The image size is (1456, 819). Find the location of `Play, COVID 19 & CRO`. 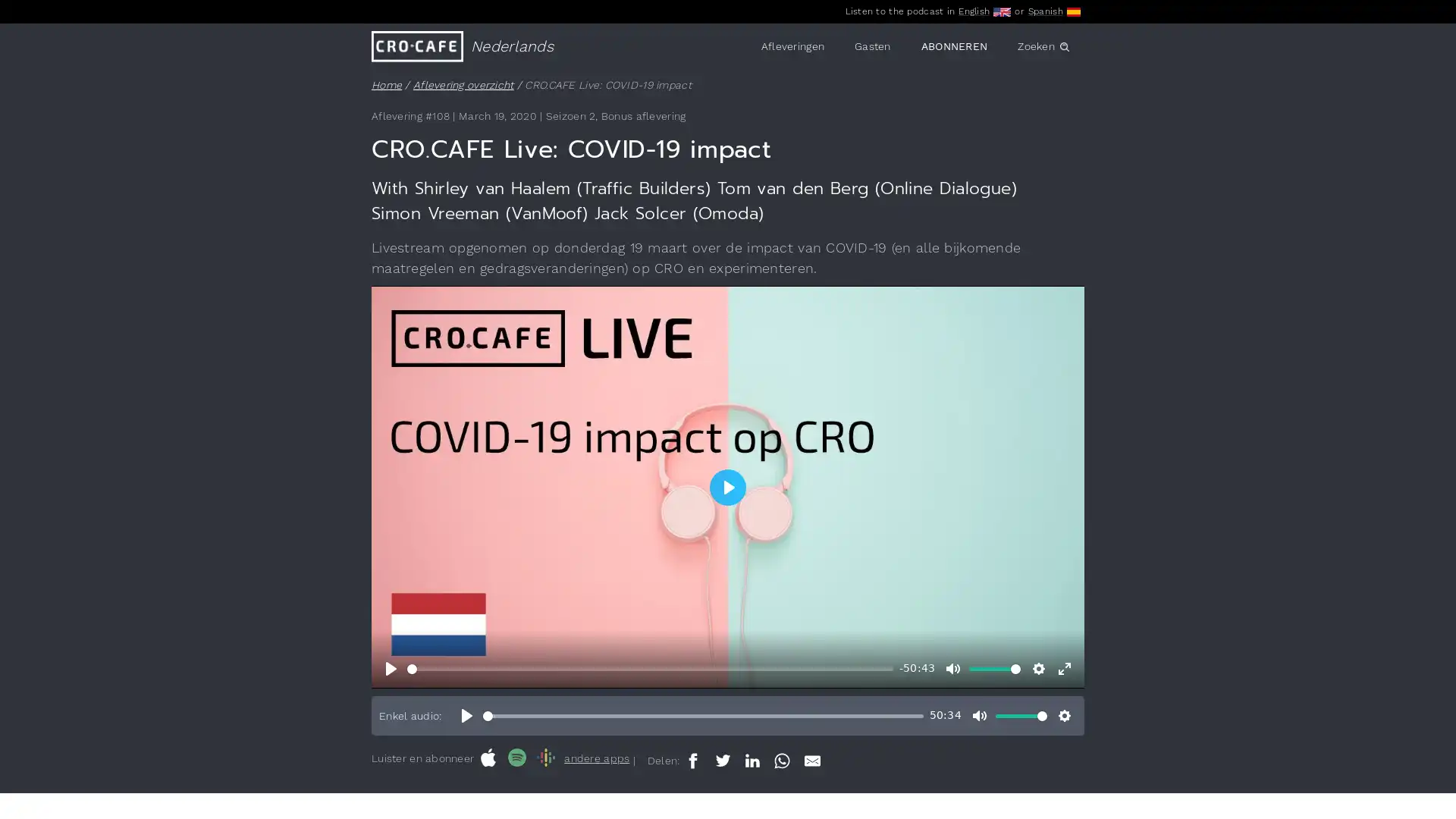

Play, COVID 19 & CRO is located at coordinates (391, 668).